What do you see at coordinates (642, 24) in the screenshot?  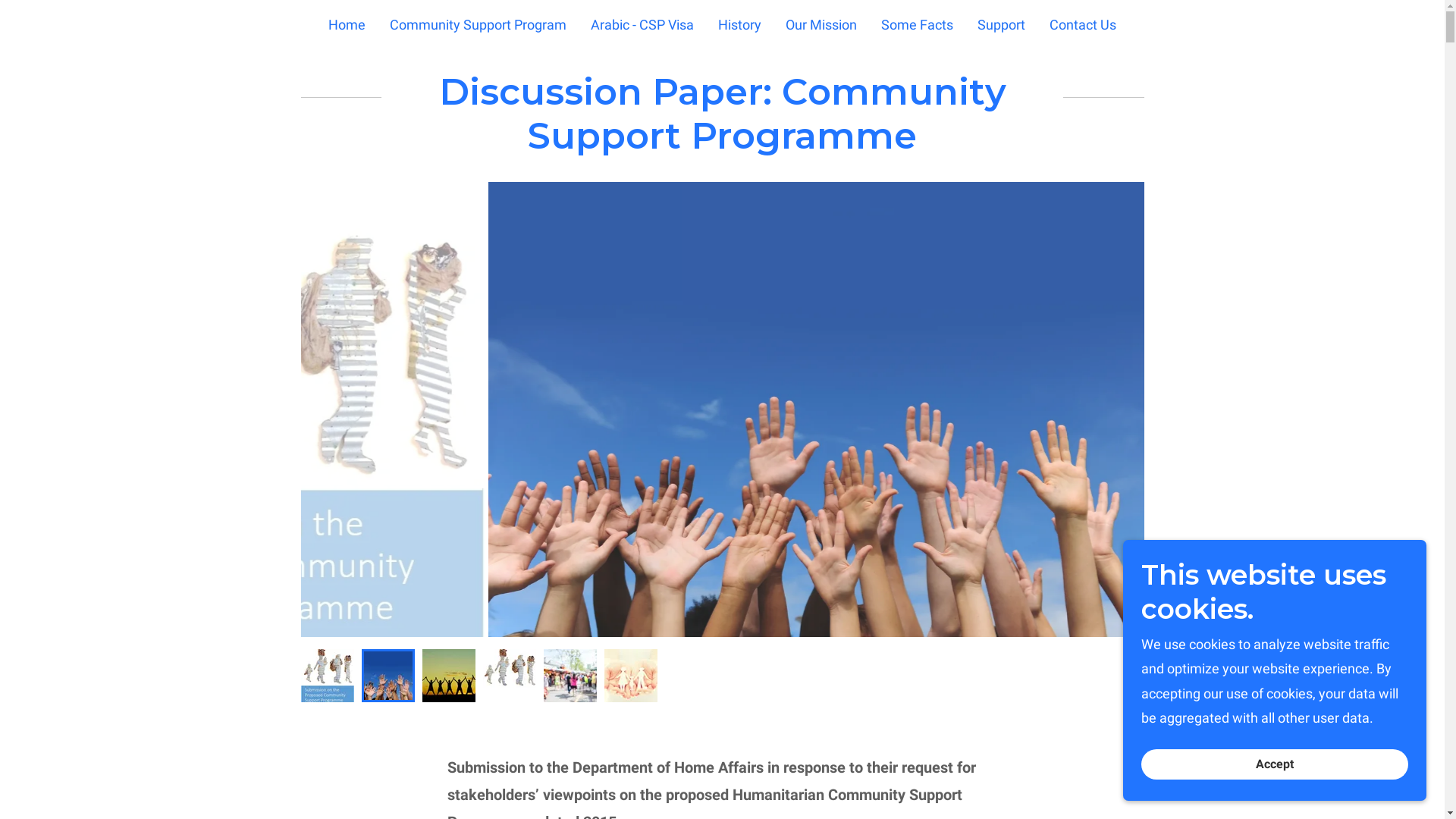 I see `'Arabic - CSP Visa'` at bounding box center [642, 24].